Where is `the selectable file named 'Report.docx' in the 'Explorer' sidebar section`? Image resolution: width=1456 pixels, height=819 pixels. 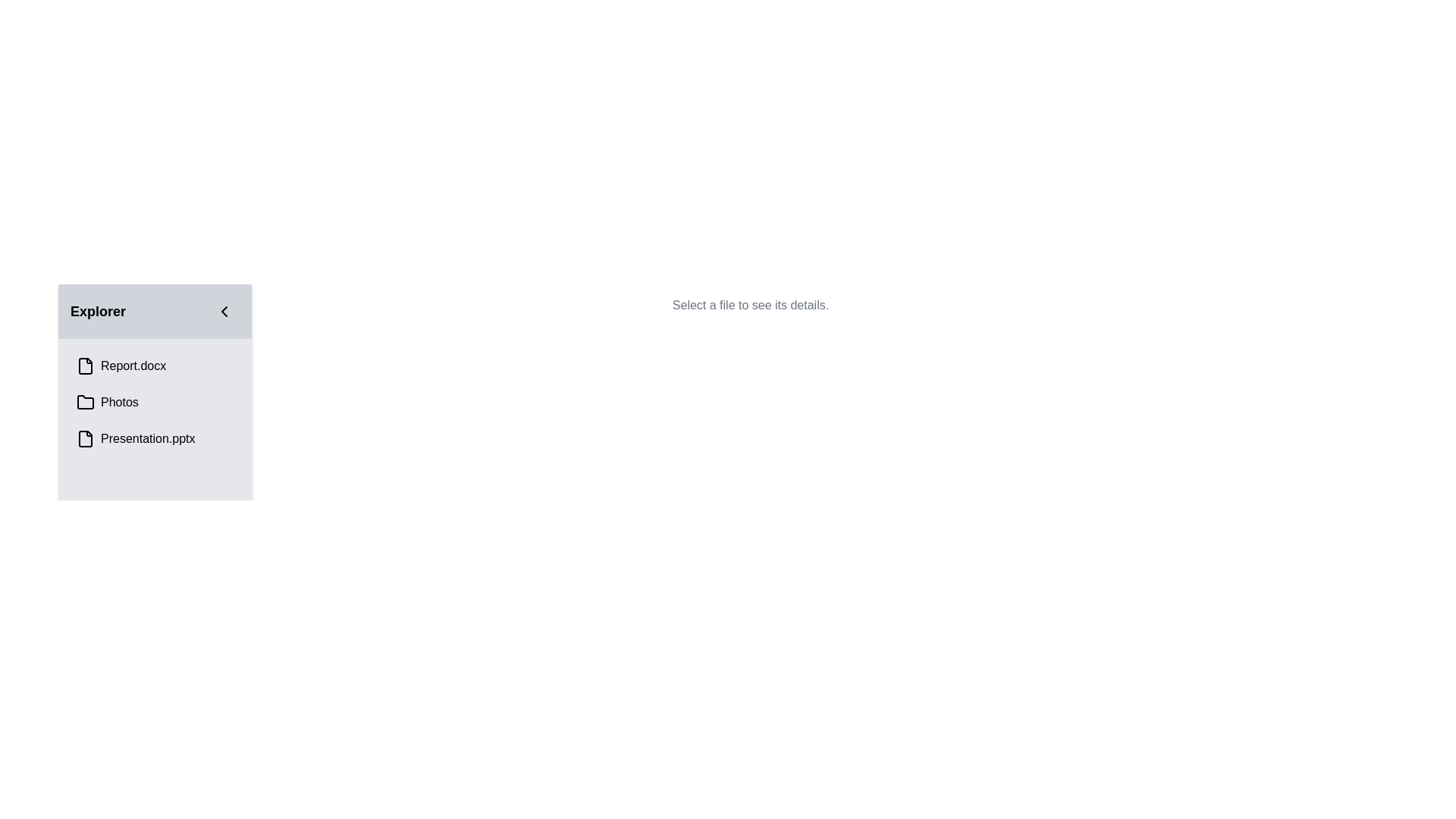
the selectable file named 'Report.docx' in the 'Explorer' sidebar section is located at coordinates (155, 366).